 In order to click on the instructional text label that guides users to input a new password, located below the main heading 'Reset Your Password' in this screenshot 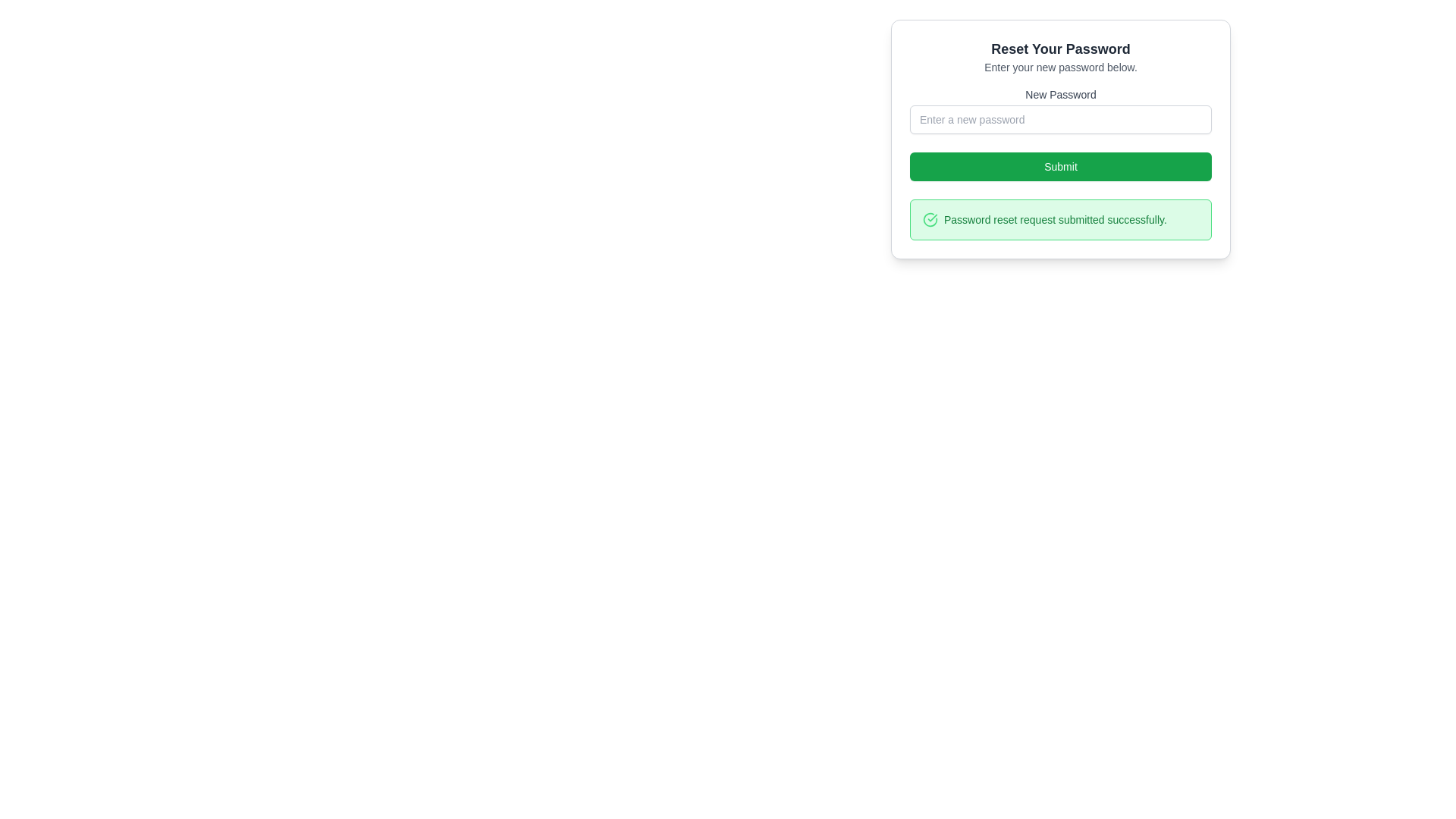, I will do `click(1059, 66)`.